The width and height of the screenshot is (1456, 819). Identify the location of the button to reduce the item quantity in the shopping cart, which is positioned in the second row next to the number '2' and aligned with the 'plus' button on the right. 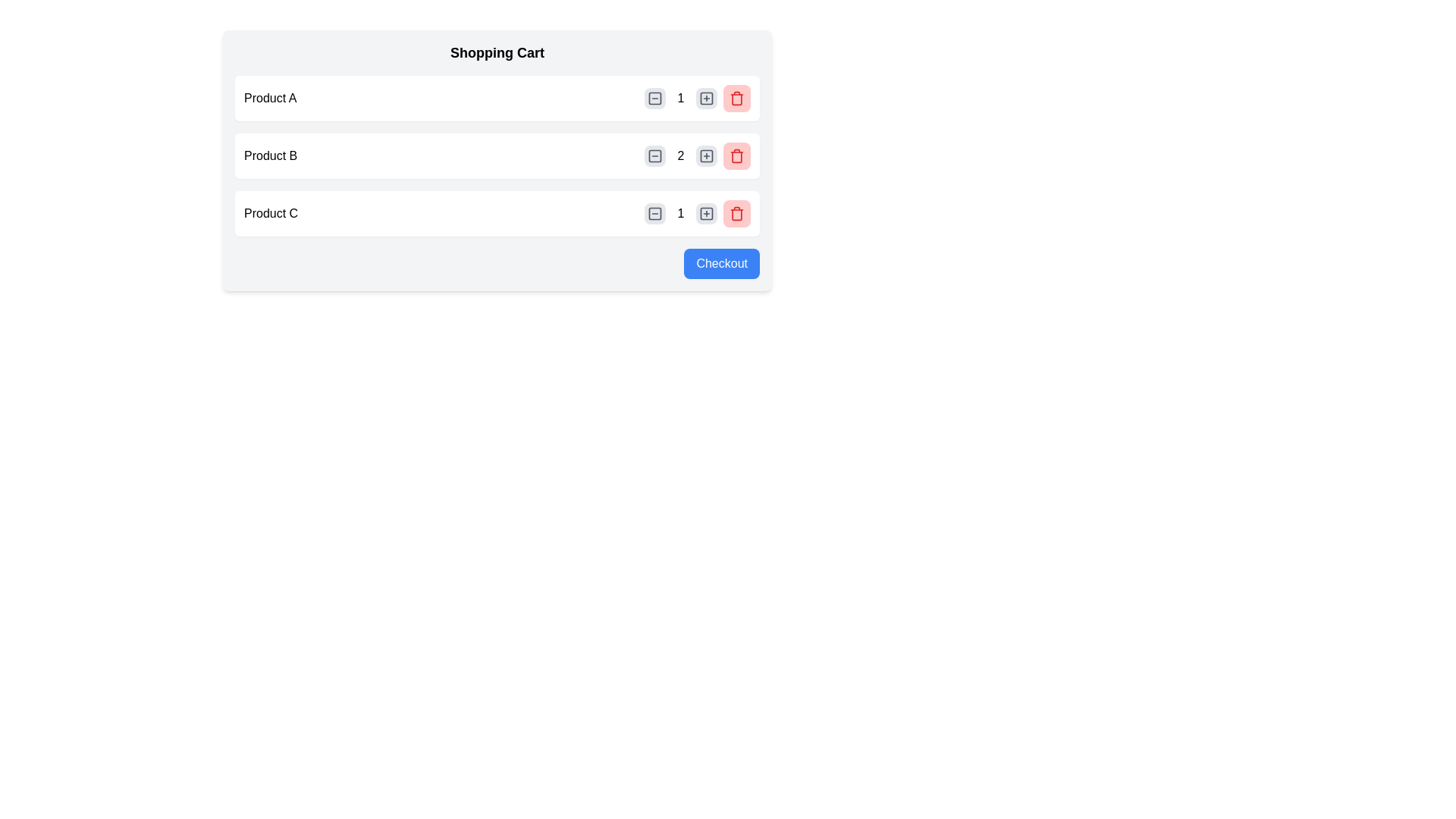
(655, 155).